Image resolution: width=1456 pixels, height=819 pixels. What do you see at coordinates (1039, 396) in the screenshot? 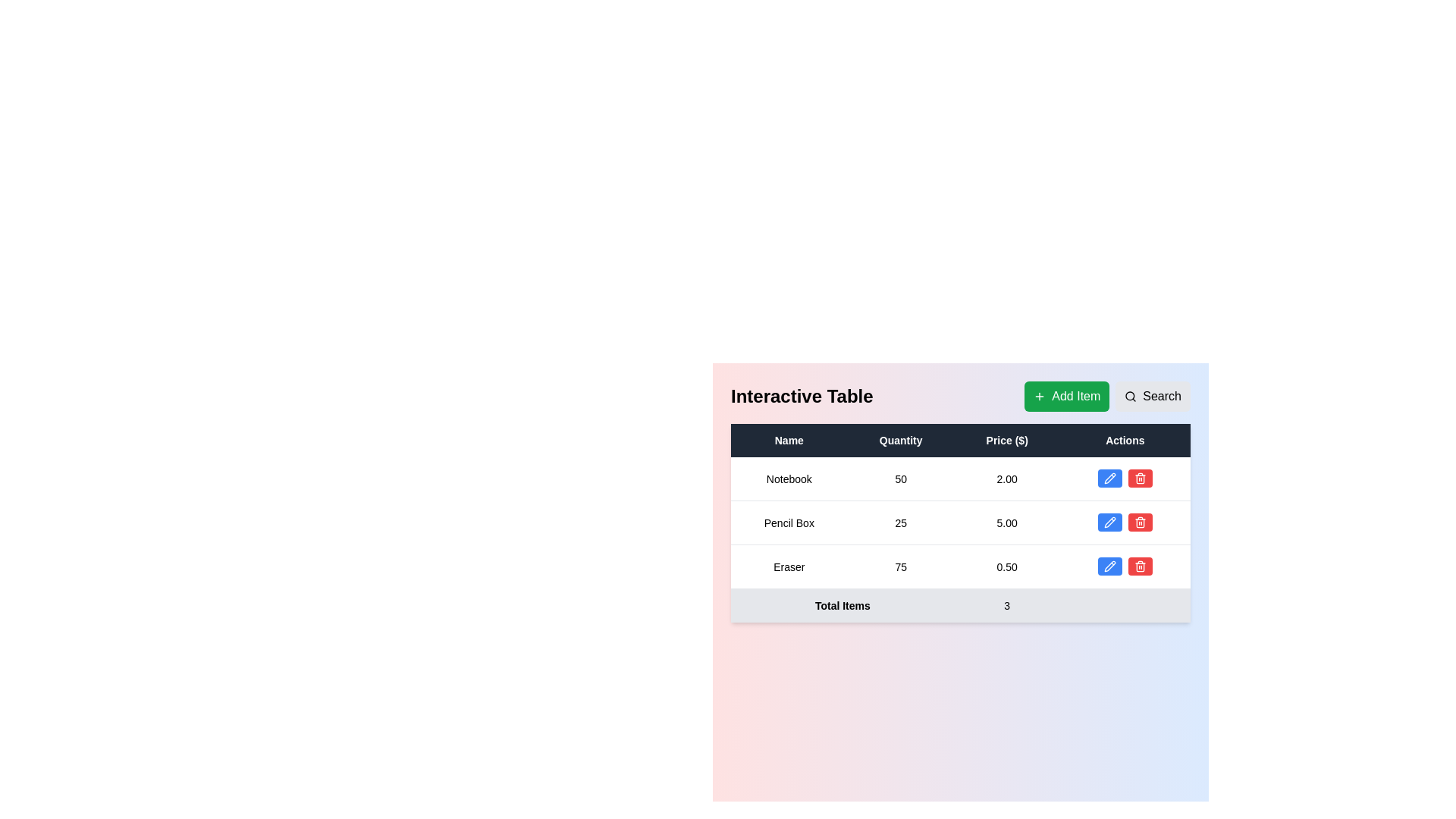
I see `the green button labeled 'Add Item' which contains the small plus-shaped icon, located in the upper right section of the interface` at bounding box center [1039, 396].